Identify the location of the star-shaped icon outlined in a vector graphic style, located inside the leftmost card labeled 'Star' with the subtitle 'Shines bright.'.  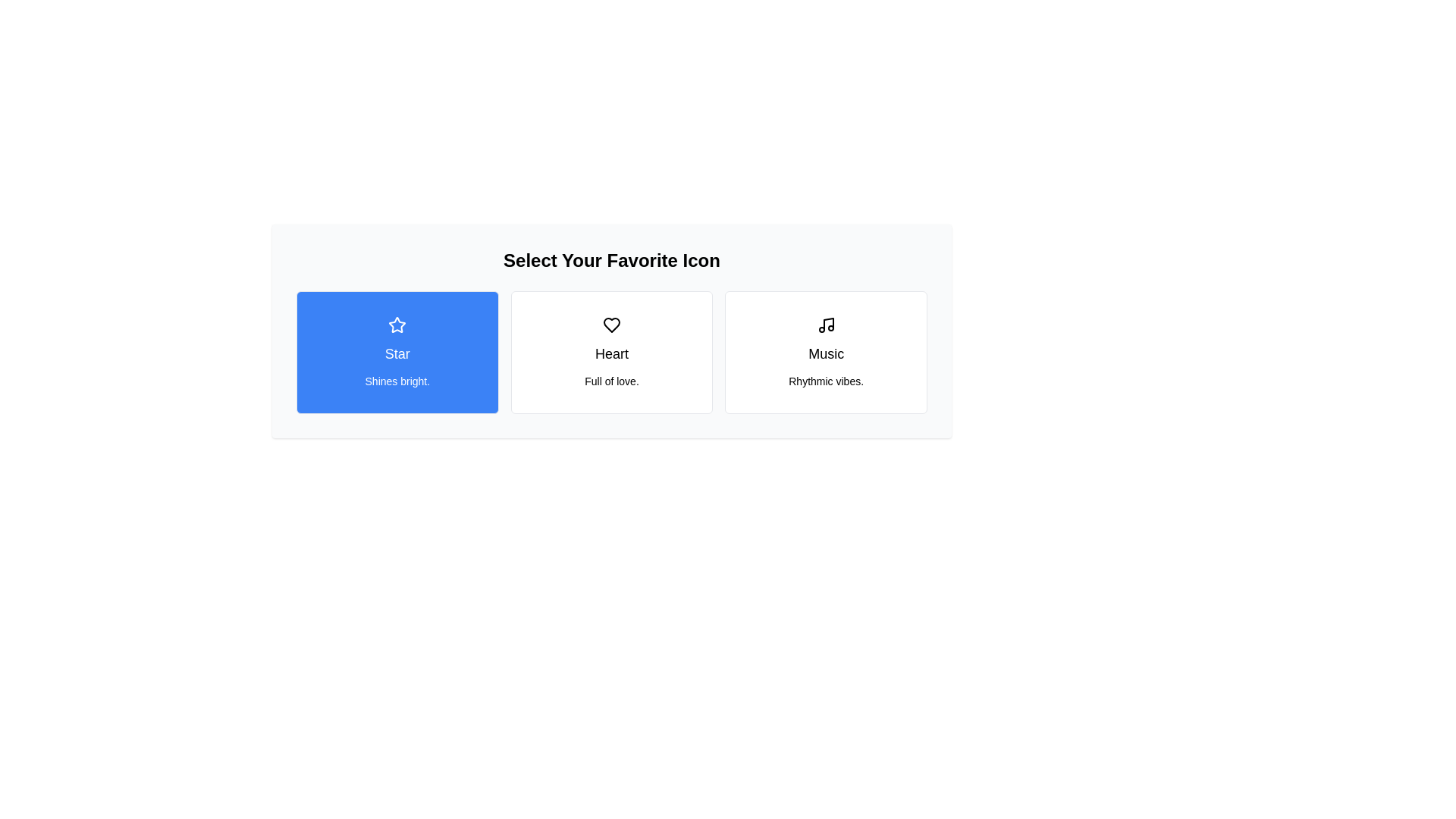
(397, 324).